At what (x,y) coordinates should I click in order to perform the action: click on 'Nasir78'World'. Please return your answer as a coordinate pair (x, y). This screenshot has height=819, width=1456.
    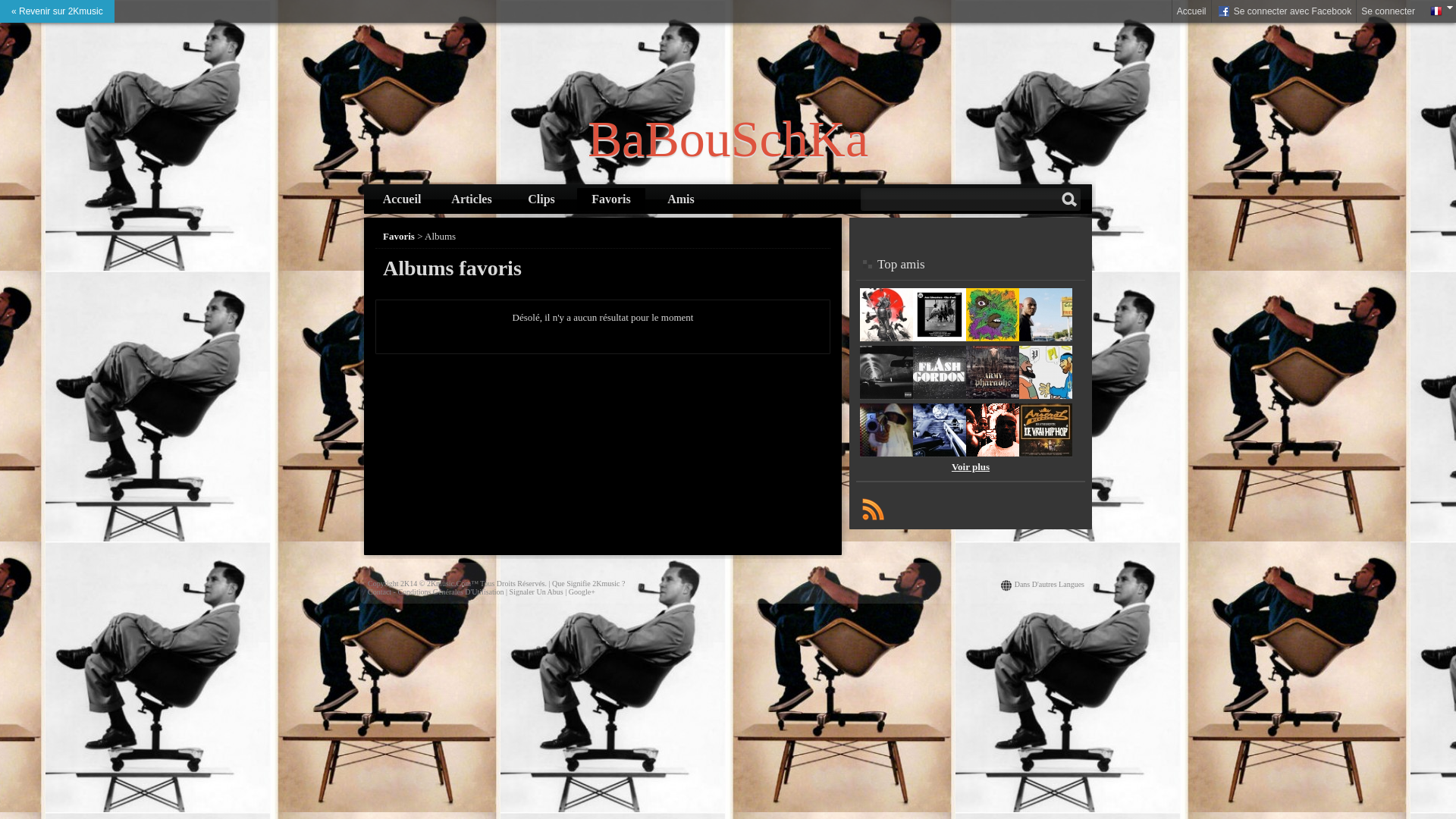
    Looking at the image, I should click on (1044, 337).